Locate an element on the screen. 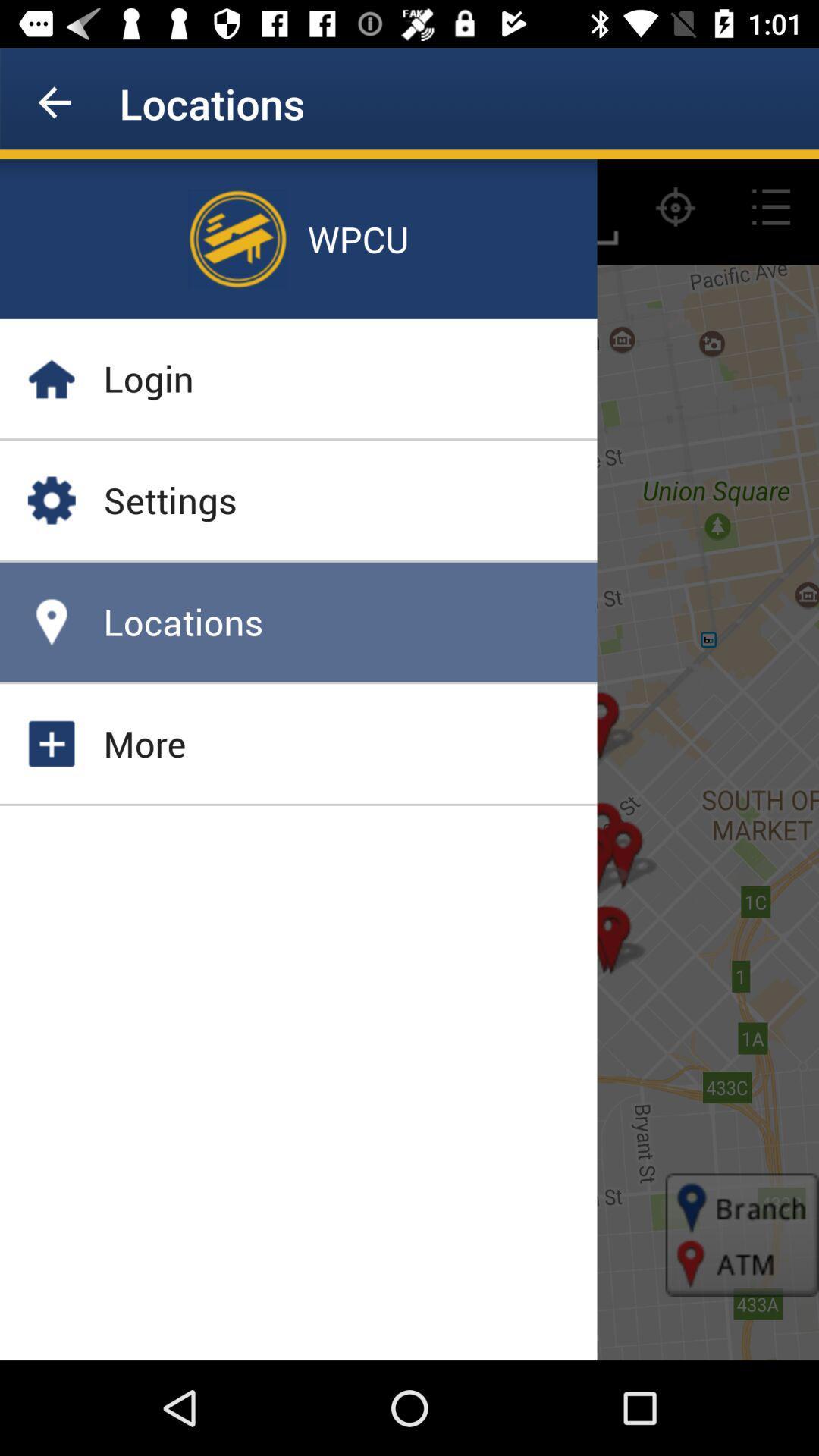 Image resolution: width=819 pixels, height=1456 pixels. the location_crosshair icon is located at coordinates (675, 206).